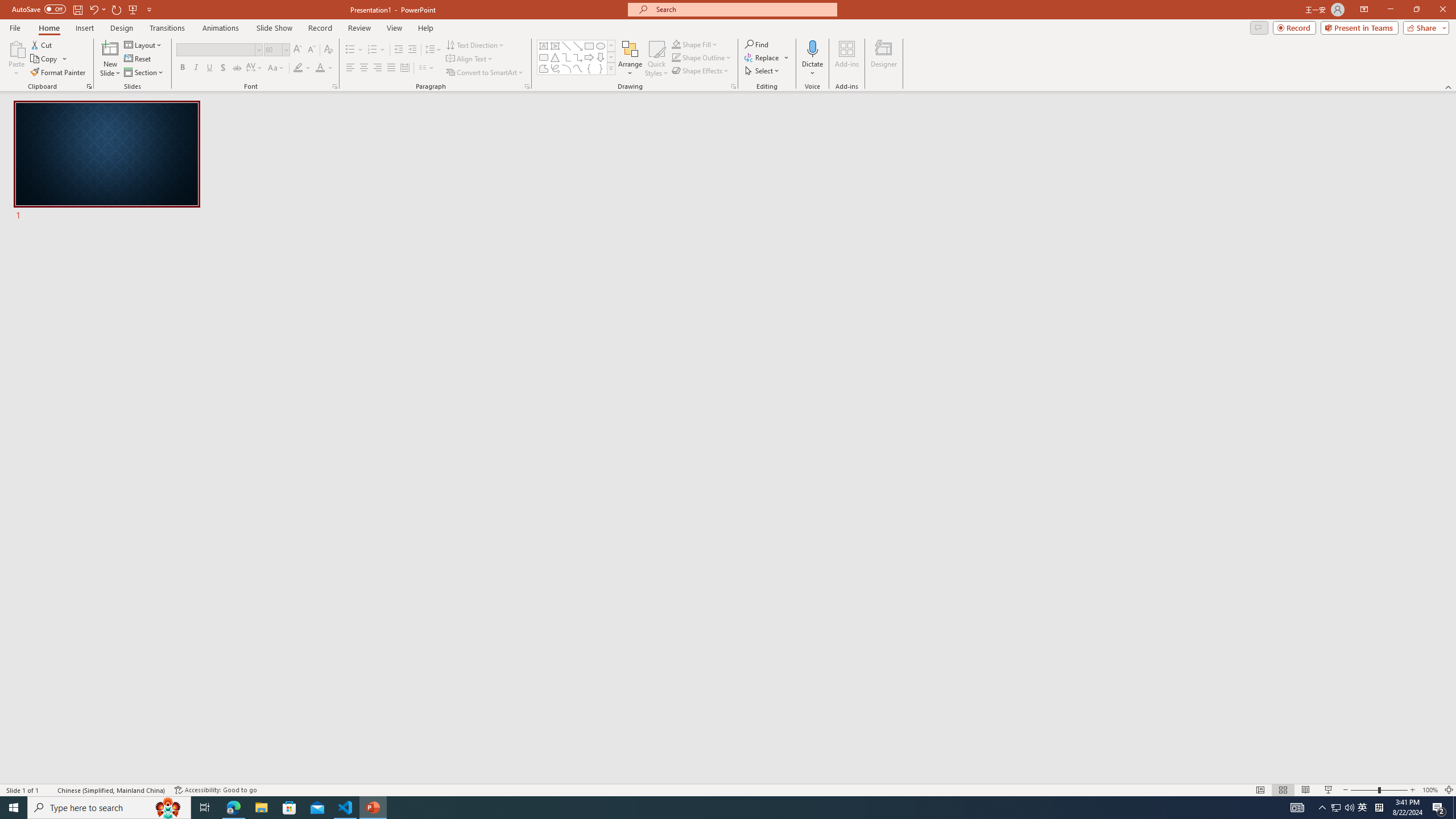 This screenshot has width=1456, height=819. Describe the element at coordinates (334, 85) in the screenshot. I see `'Font...'` at that location.